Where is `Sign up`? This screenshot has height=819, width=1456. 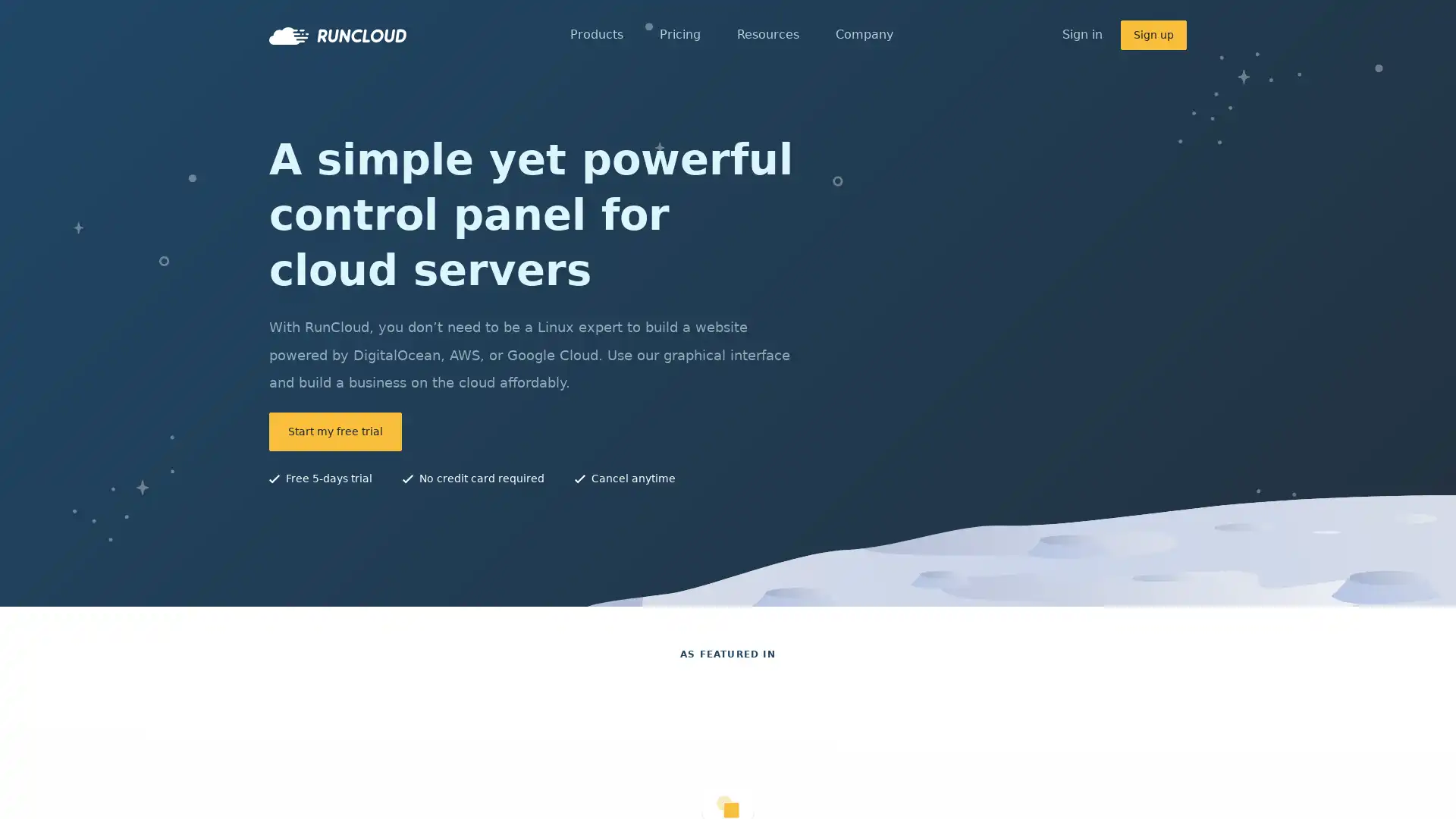
Sign up is located at coordinates (1153, 34).